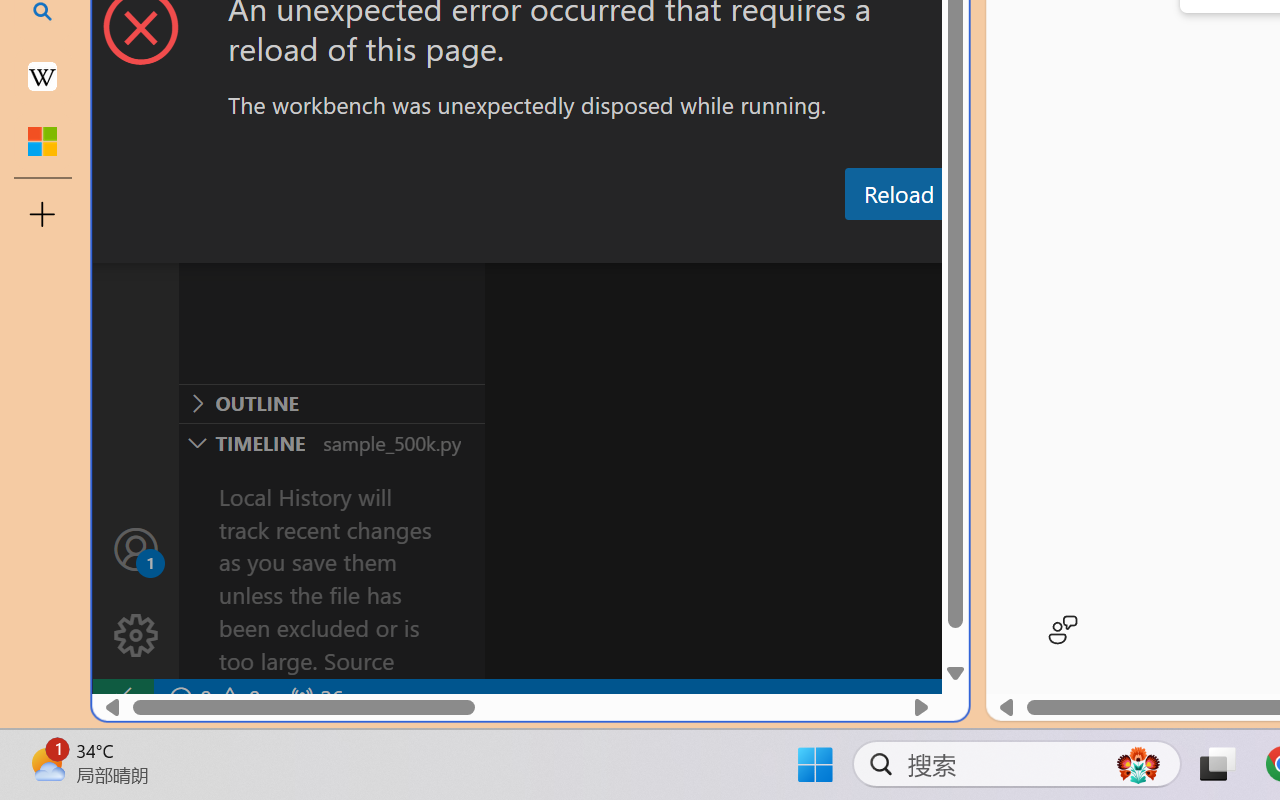 This screenshot has height=800, width=1280. I want to click on 'Outline Section', so click(331, 403).